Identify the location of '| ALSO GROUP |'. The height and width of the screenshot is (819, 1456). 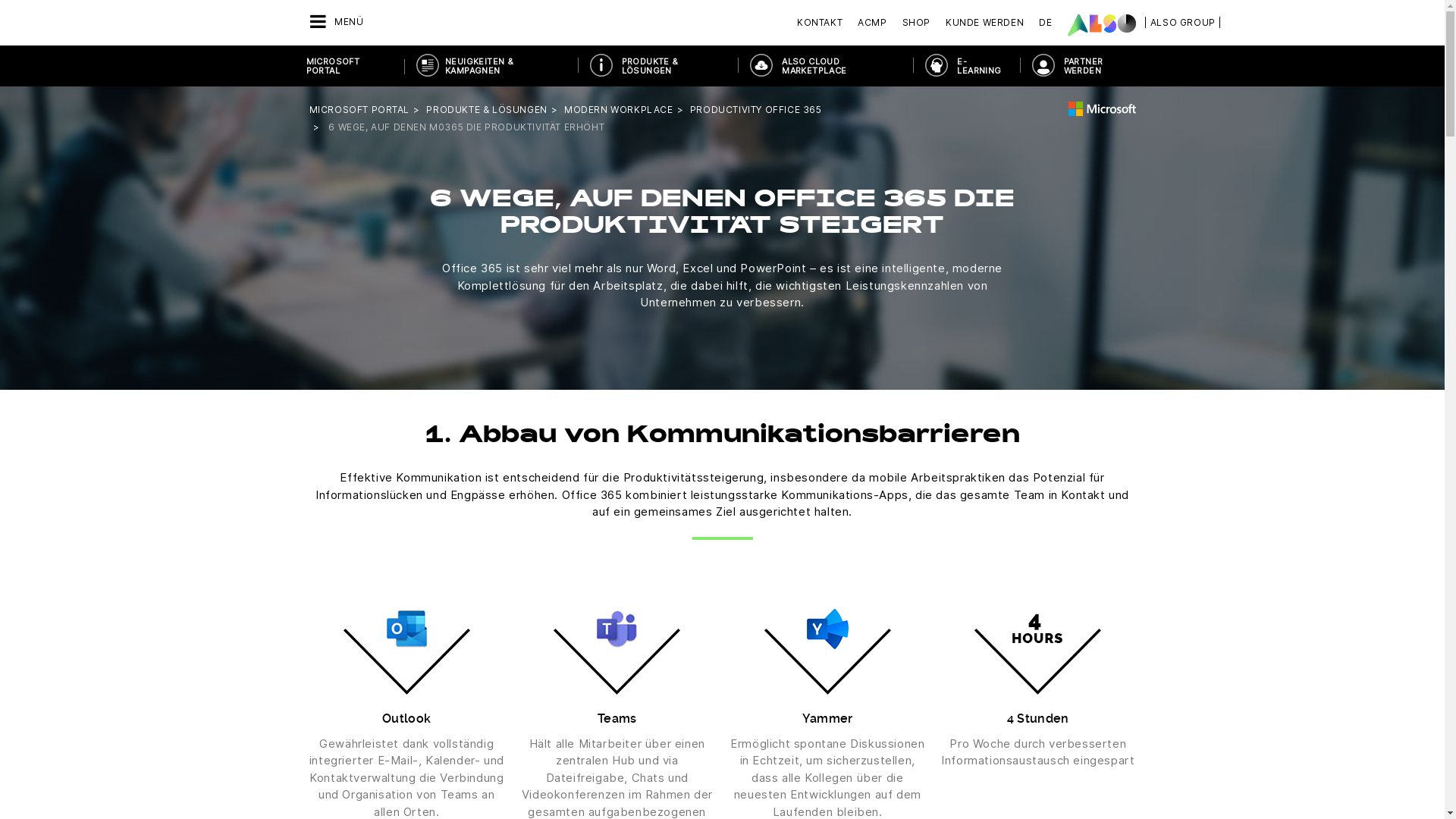
(1182, 23).